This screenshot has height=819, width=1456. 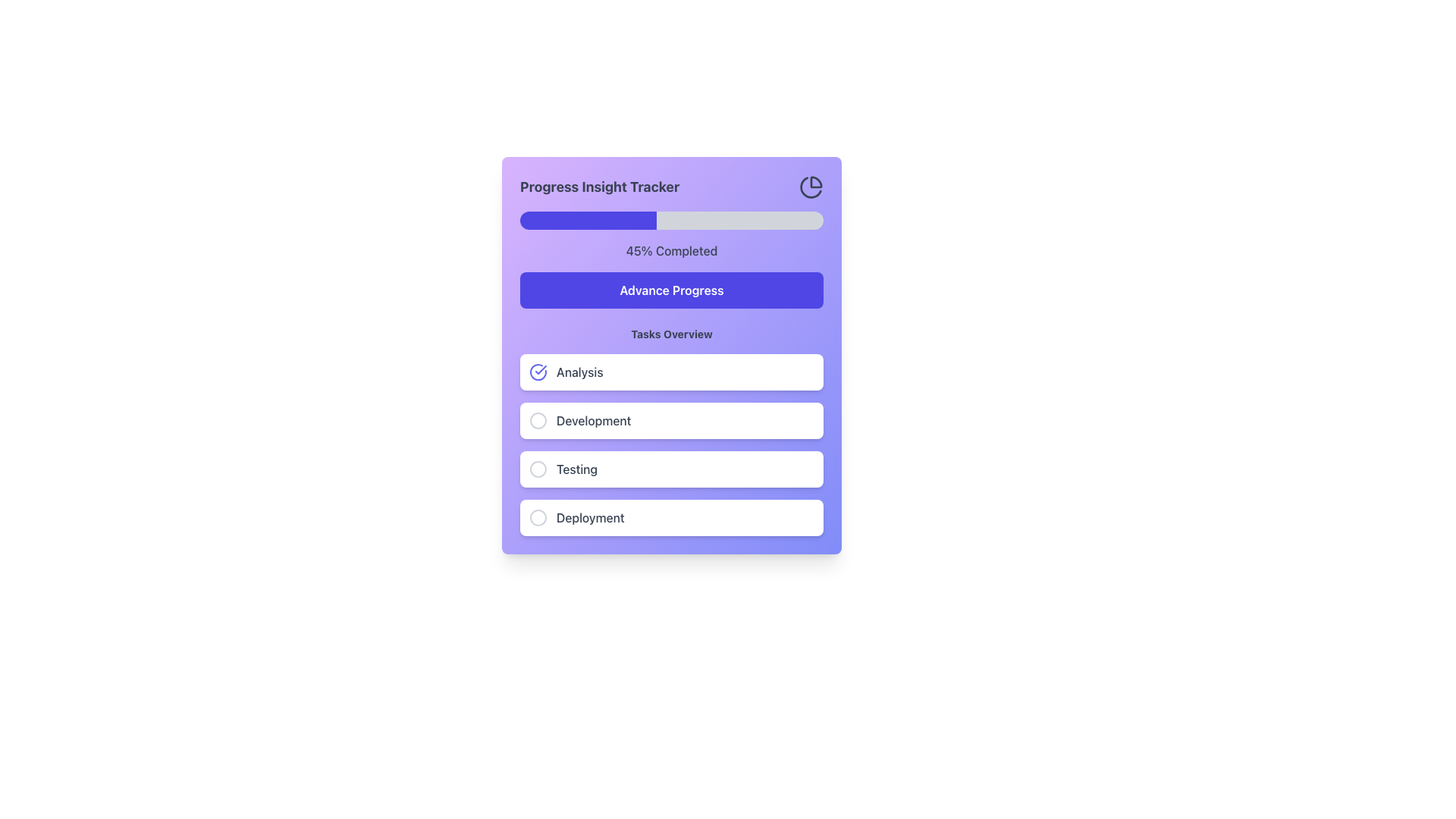 What do you see at coordinates (538, 516) in the screenshot?
I see `the unselected circular icon indicator for the 'Deployment' task to mark it as complete` at bounding box center [538, 516].